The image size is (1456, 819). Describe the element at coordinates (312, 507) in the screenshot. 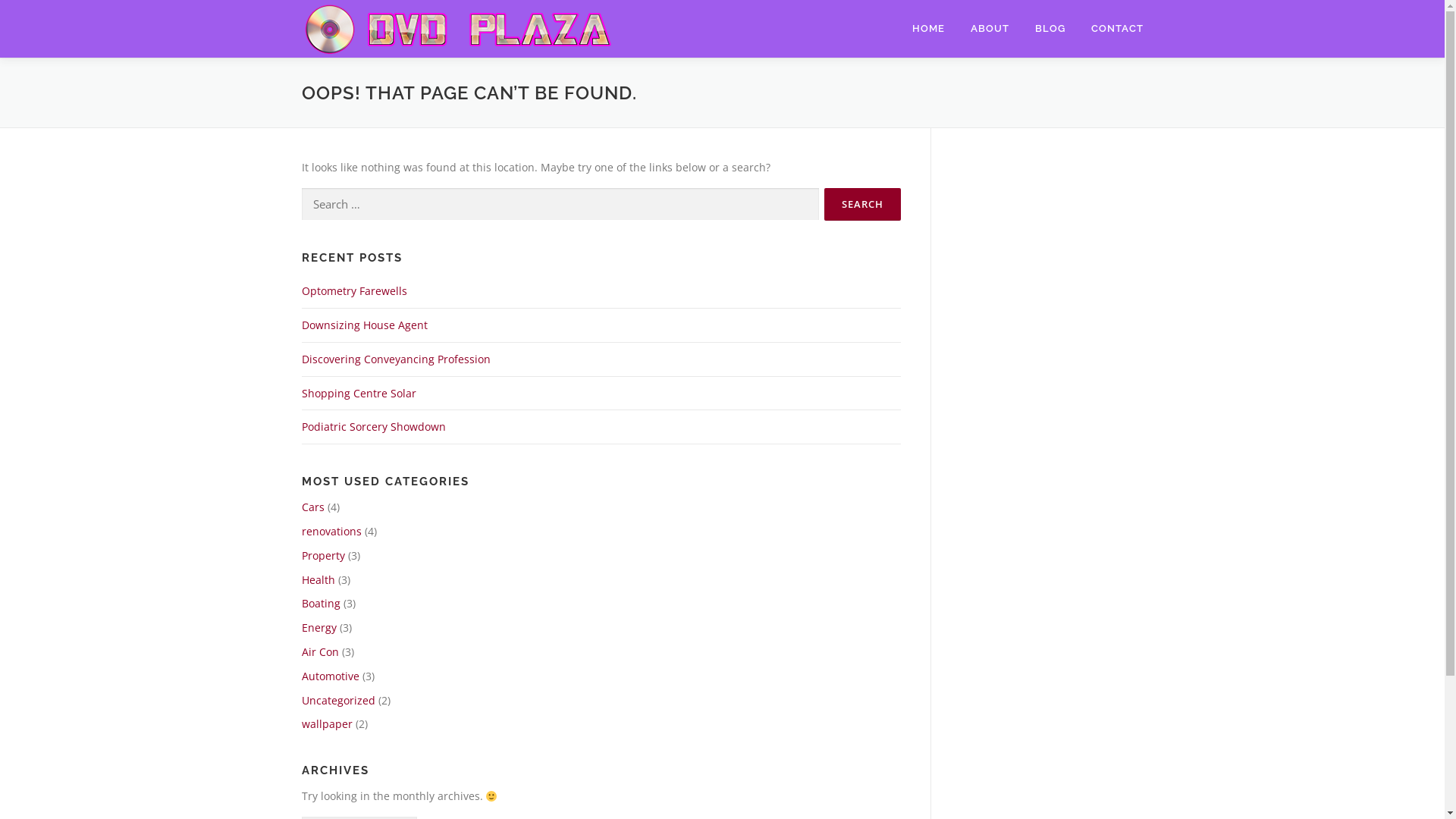

I see `'Cars'` at that location.